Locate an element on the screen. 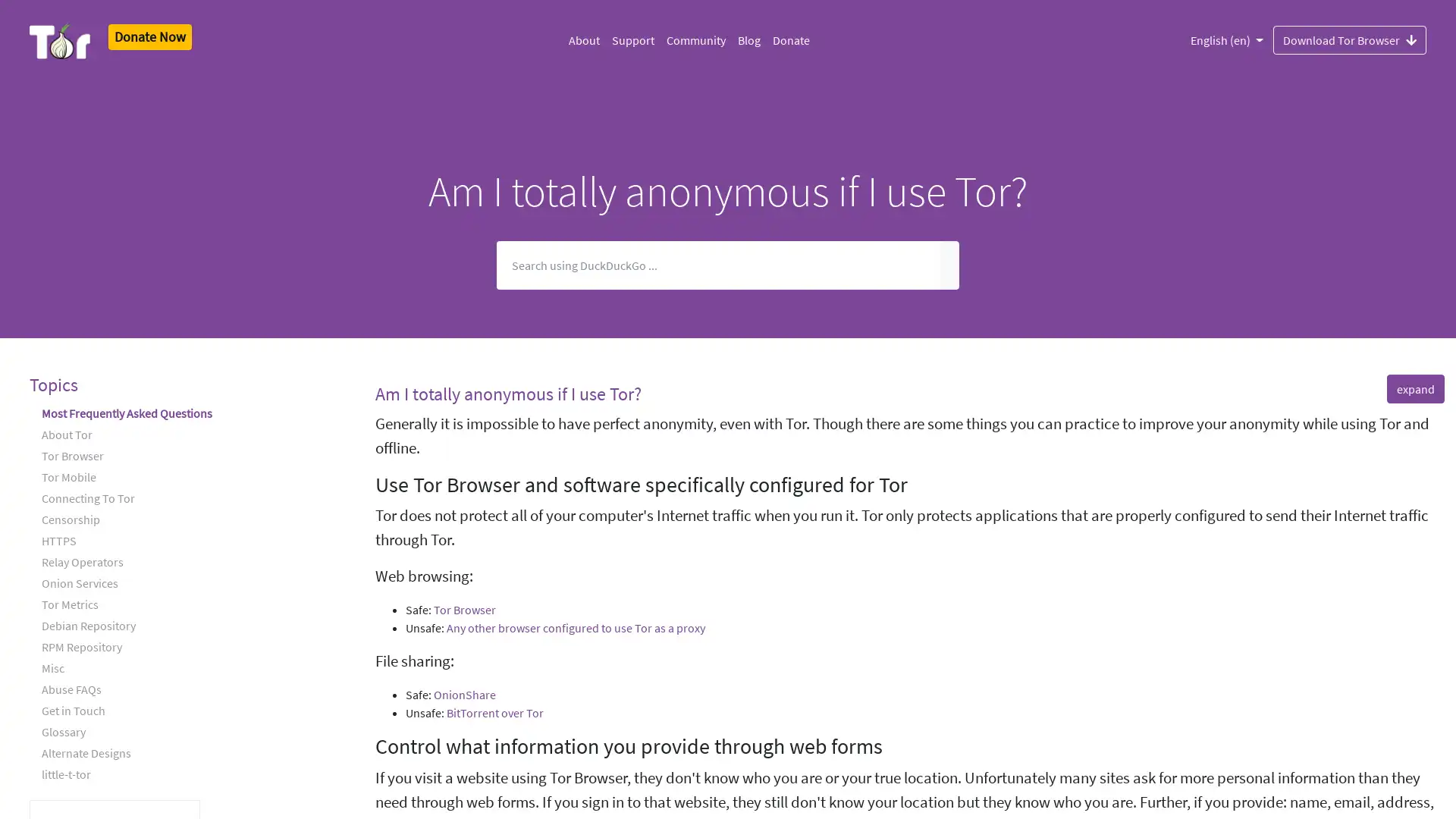 Image resolution: width=1456 pixels, height=819 pixels. Get in Touch is located at coordinates (187, 710).